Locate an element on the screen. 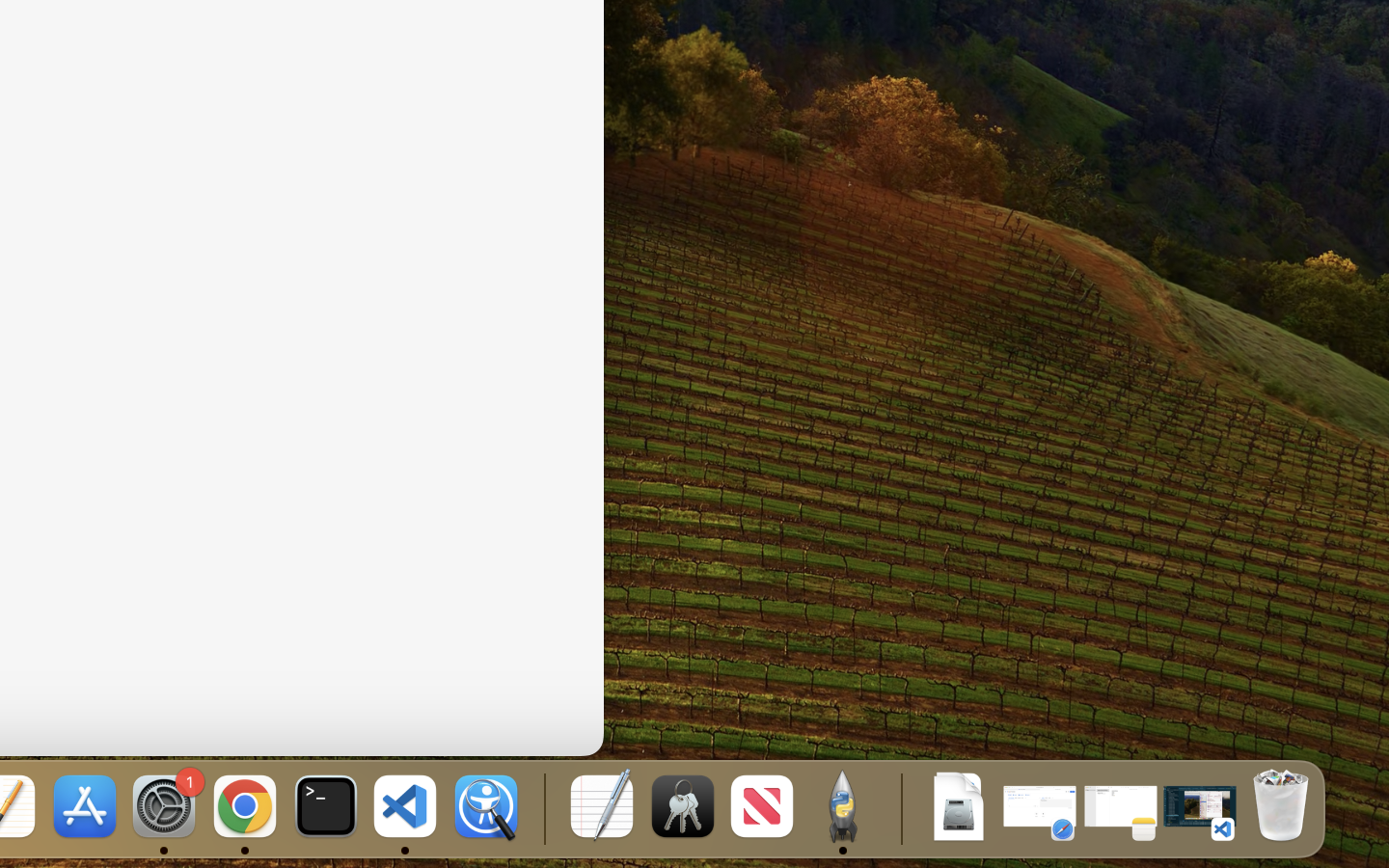 This screenshot has width=1389, height=868. '0.4285714328289032' is located at coordinates (542, 807).